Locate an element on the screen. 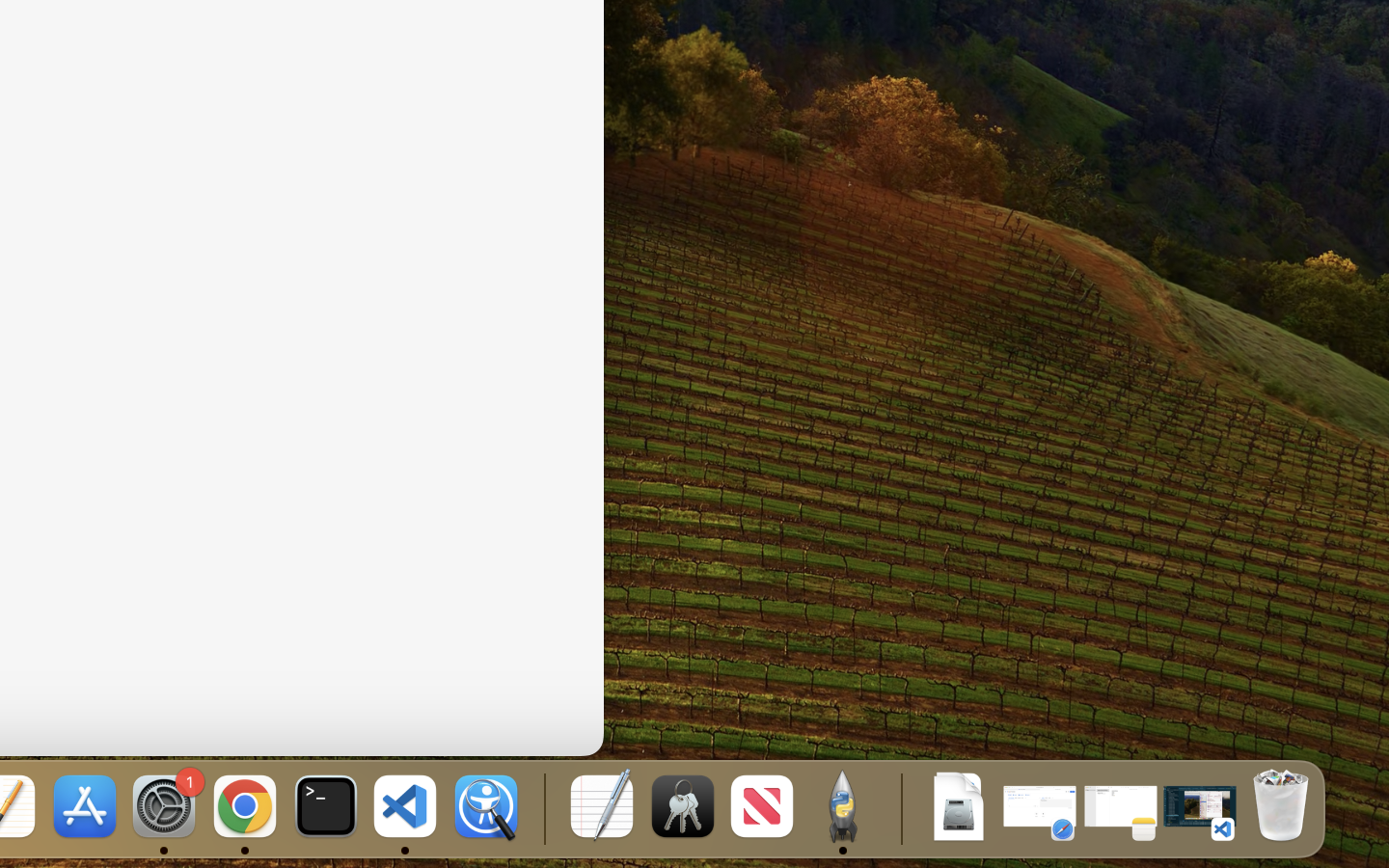 This screenshot has width=1389, height=868. '0.4285714328289032' is located at coordinates (542, 807).